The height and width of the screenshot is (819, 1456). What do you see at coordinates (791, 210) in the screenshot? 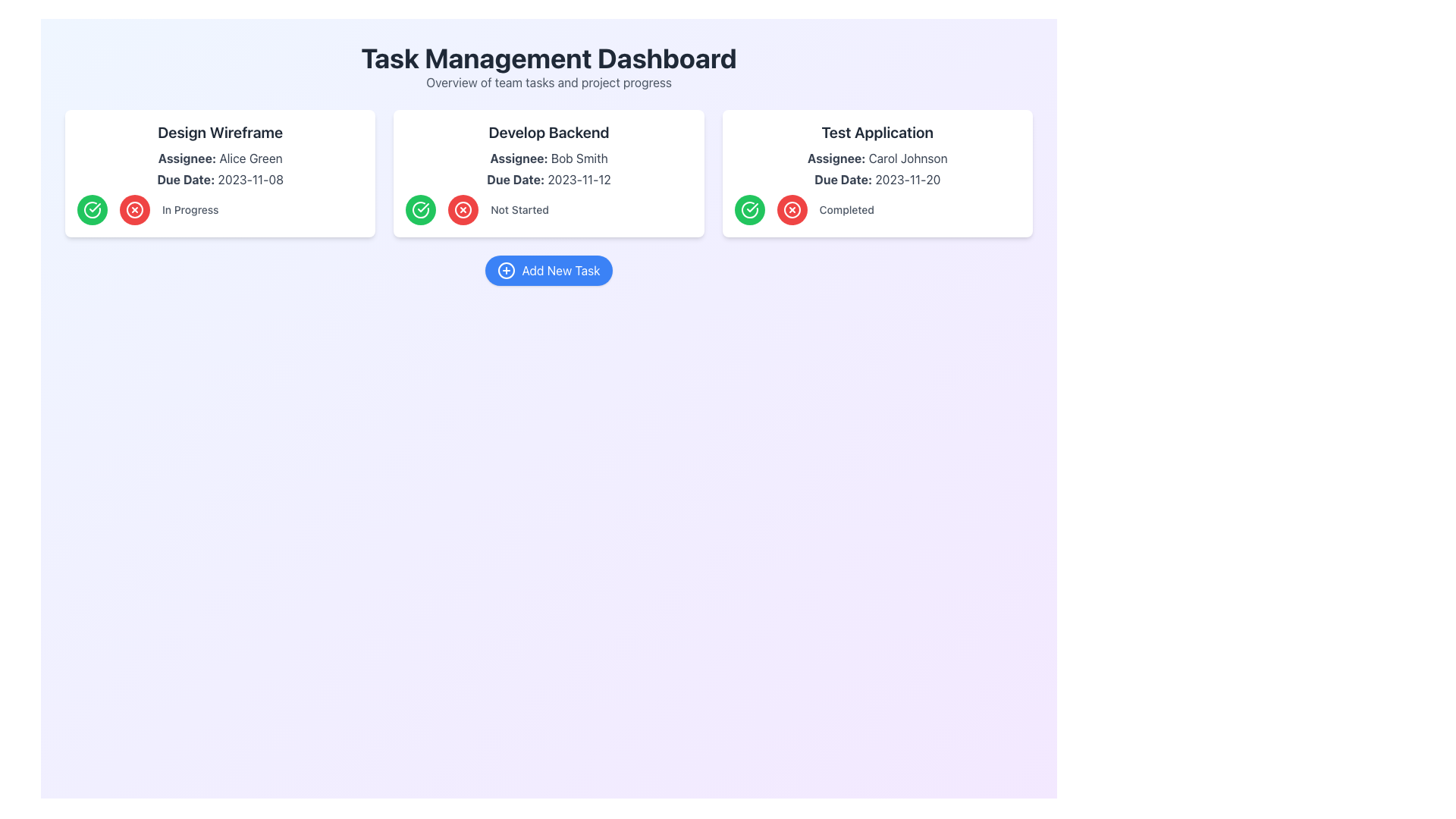
I see `the red circular button with a white 'X' symbol located in the lower-left side of the 'Develop Backend' task card` at bounding box center [791, 210].